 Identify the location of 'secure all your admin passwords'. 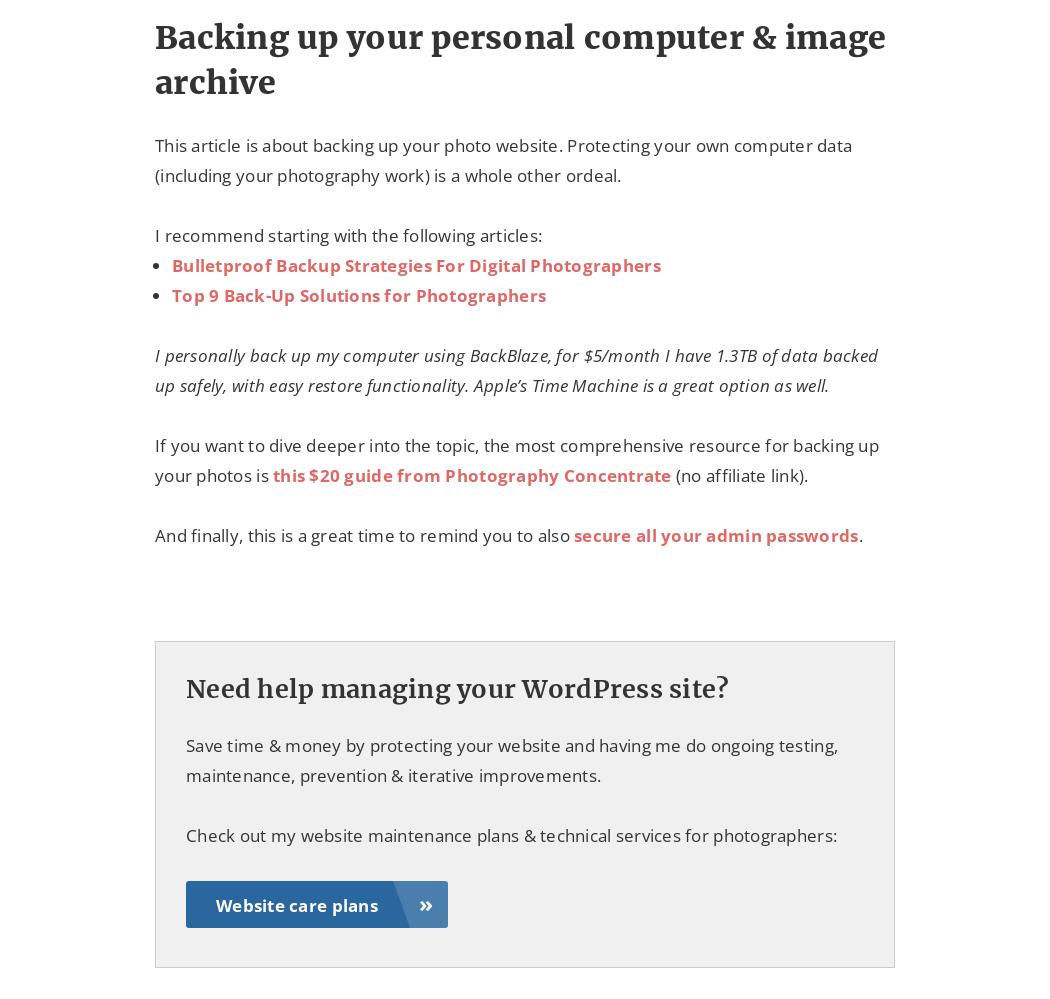
(714, 534).